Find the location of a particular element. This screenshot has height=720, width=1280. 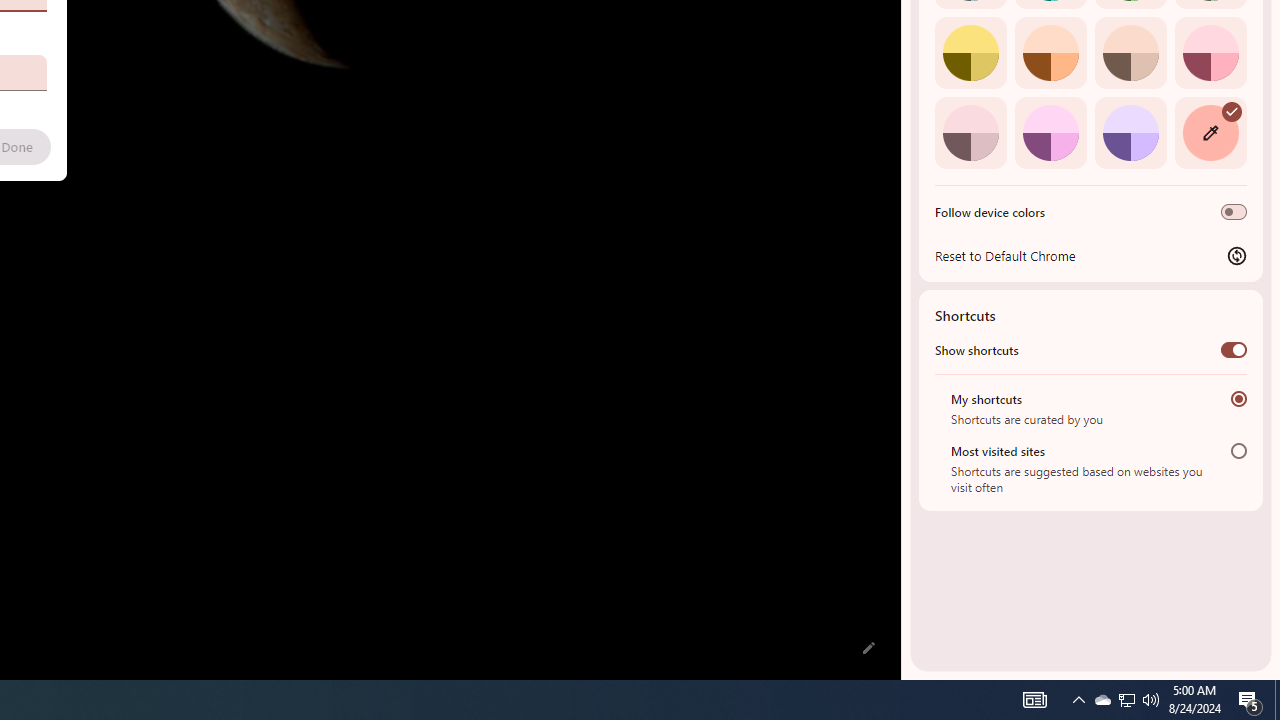

'Citron' is located at coordinates (970, 51).